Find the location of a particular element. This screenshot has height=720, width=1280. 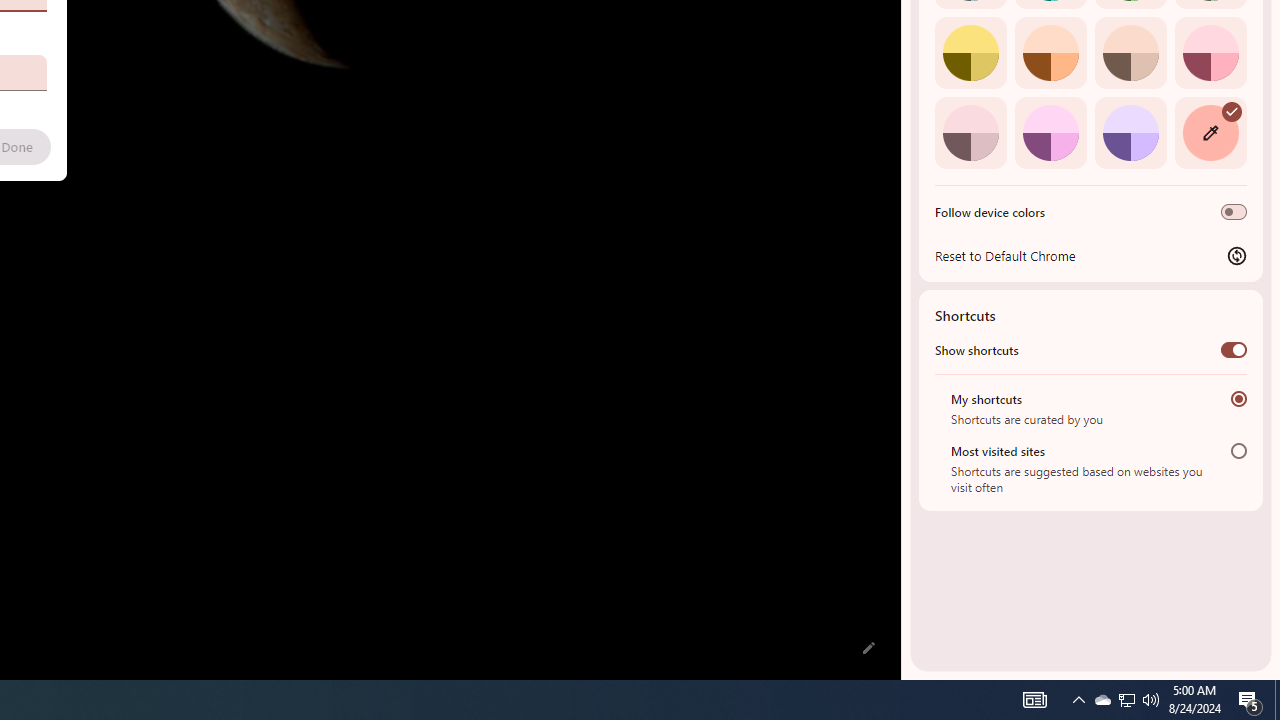

'Citron' is located at coordinates (970, 51).